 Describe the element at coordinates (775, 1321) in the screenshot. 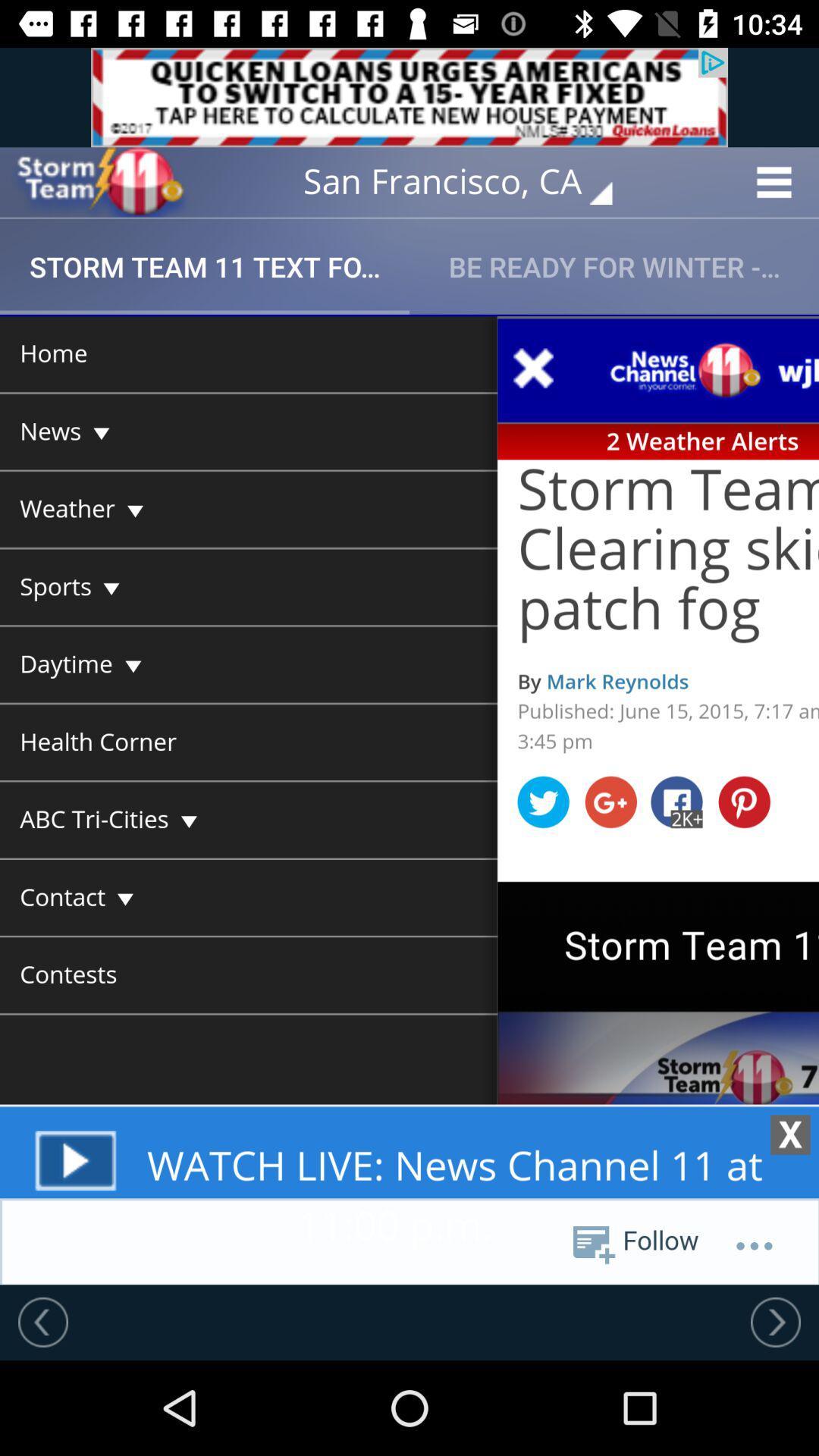

I see `proceed to next` at that location.